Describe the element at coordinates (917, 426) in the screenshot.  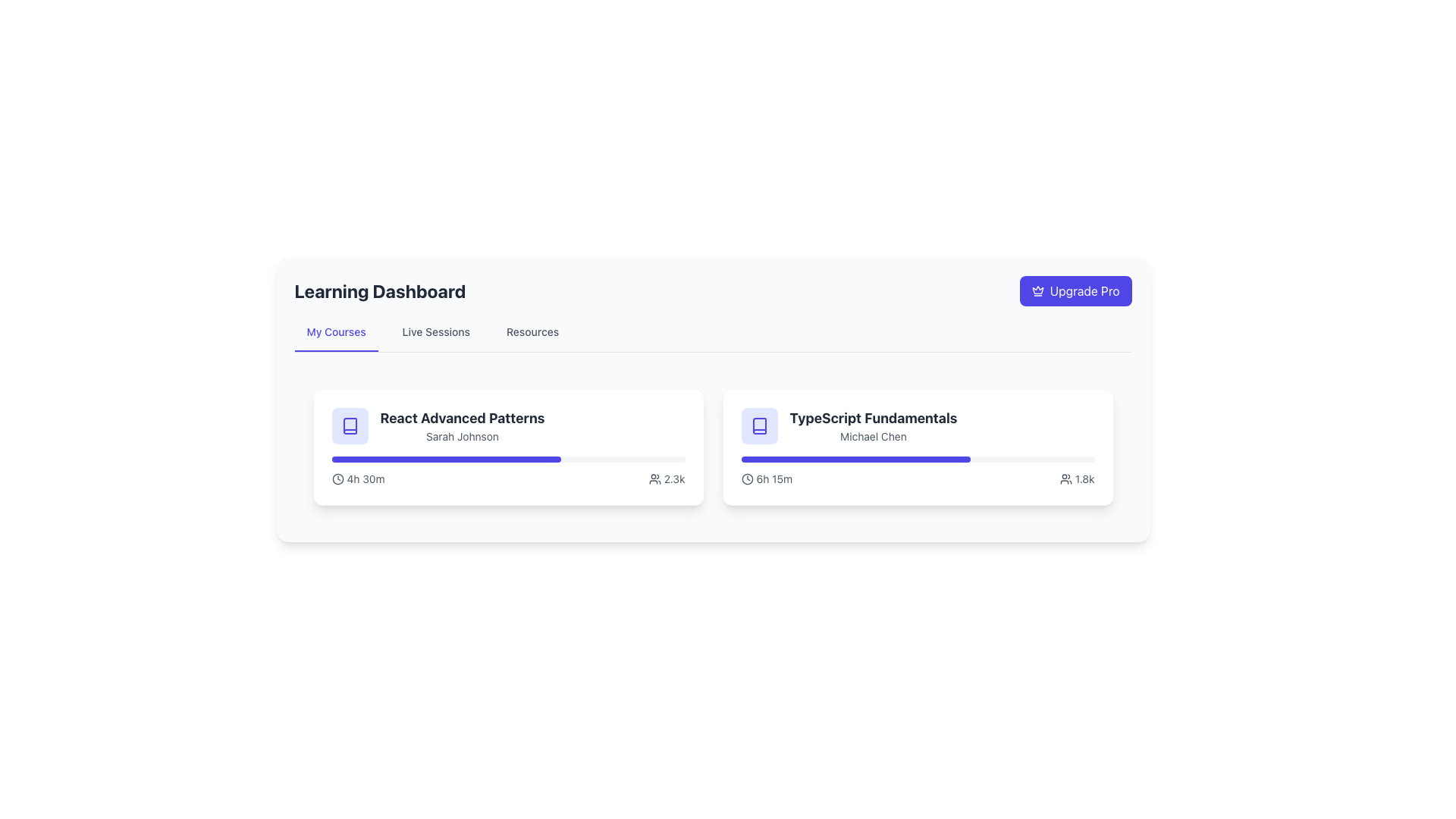
I see `the text display component that shows the course's title and instructor's name` at that location.